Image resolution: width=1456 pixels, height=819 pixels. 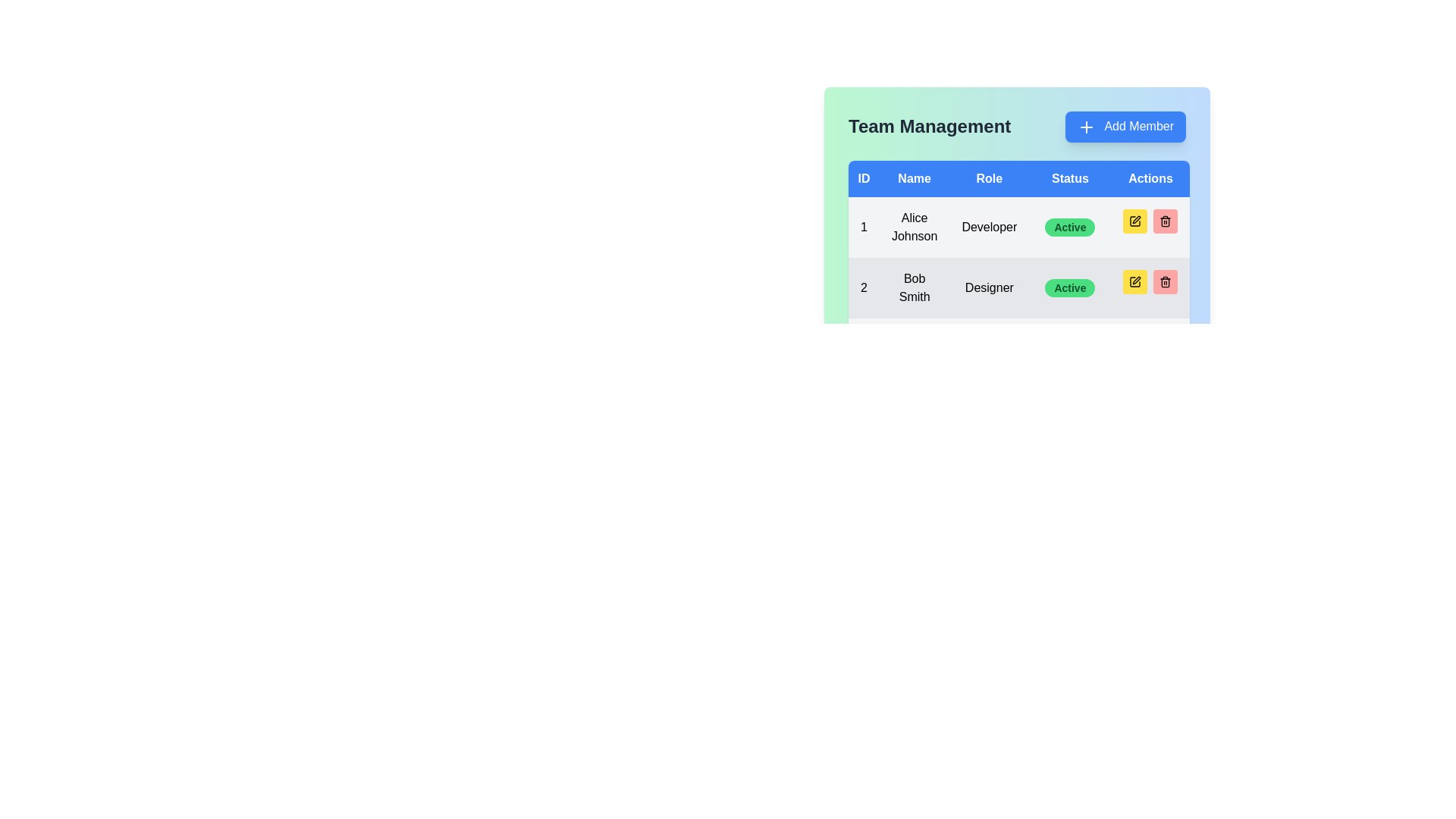 I want to click on the Label element that identifies the action buttons column in the table, located at the top-right section of the header row, so click(x=1150, y=177).